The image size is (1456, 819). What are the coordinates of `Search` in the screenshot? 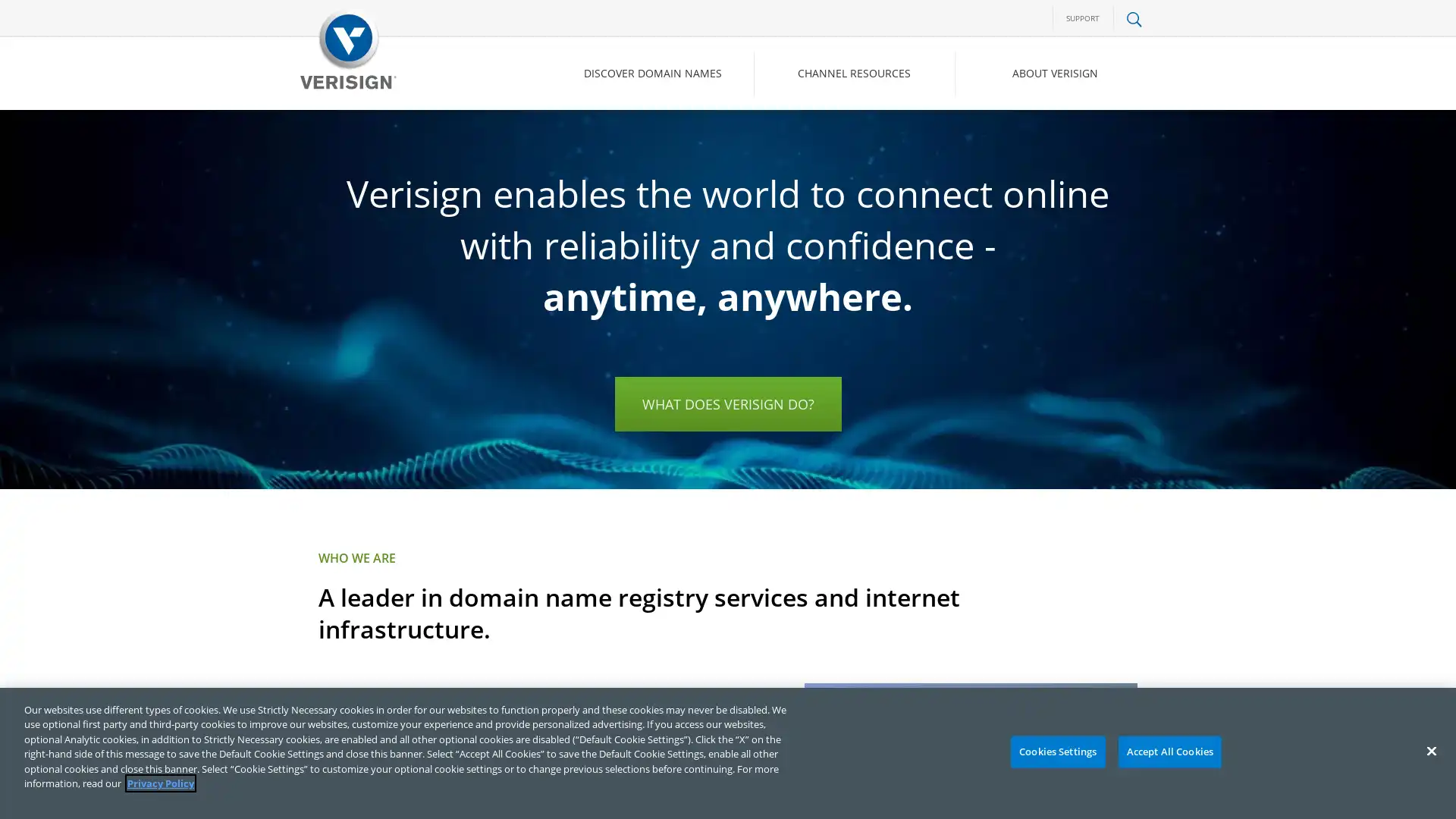 It's located at (1012, 137).